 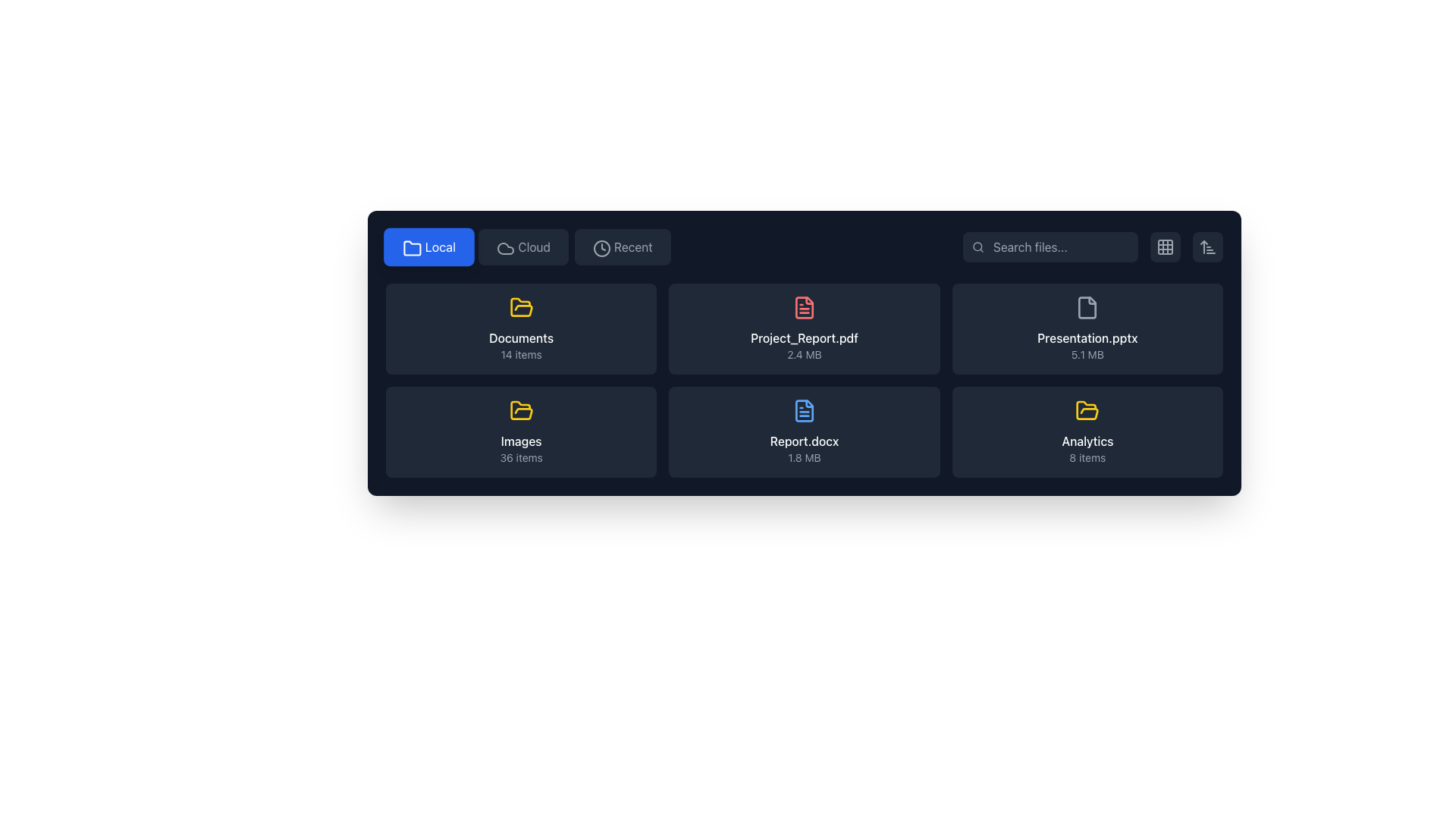 I want to click on the folder icon labeled 'Images' located, so click(x=521, y=411).